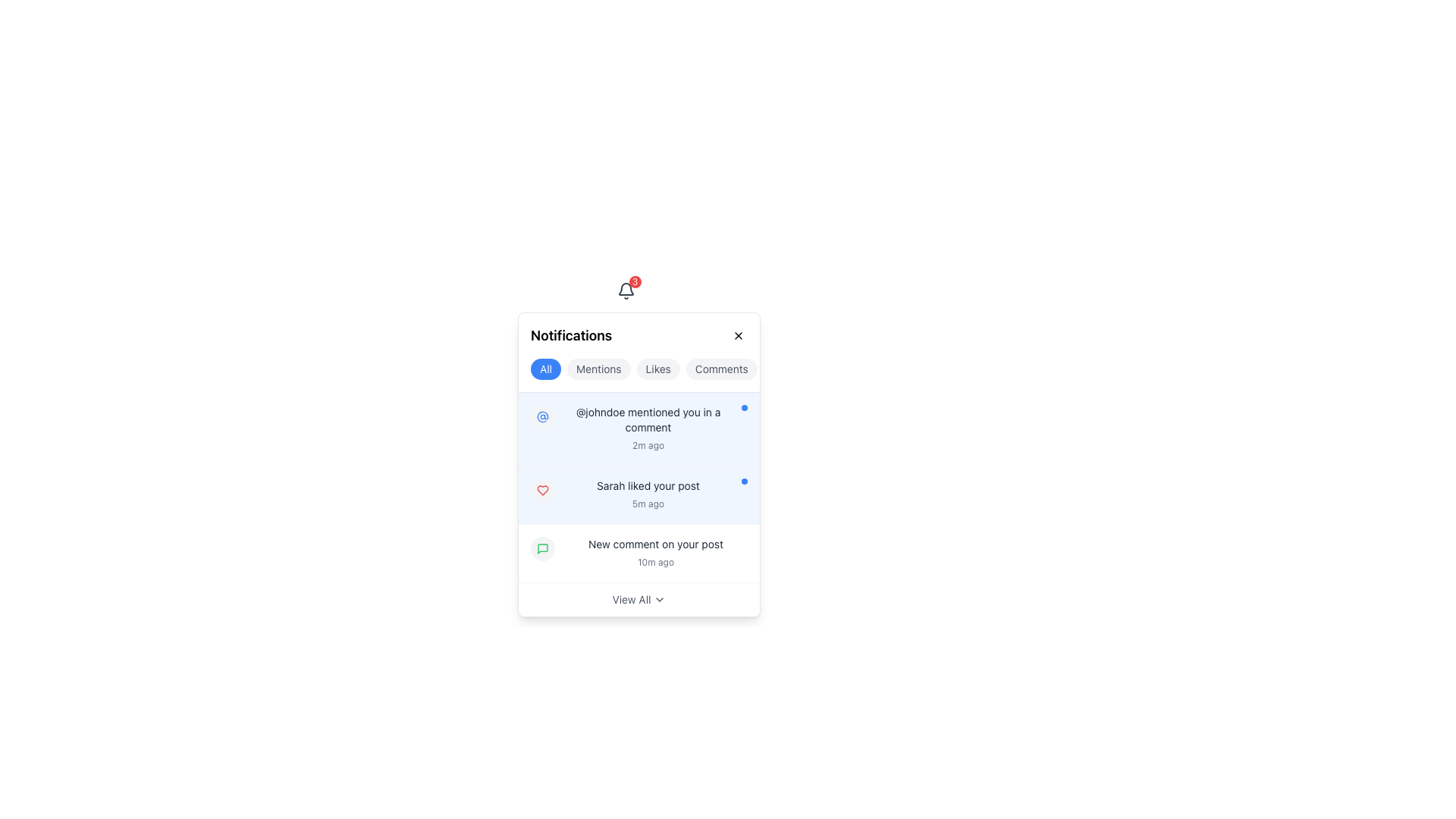  What do you see at coordinates (639, 353) in the screenshot?
I see `the 'Likes' button within the notification filter section to filter notifications by likes` at bounding box center [639, 353].